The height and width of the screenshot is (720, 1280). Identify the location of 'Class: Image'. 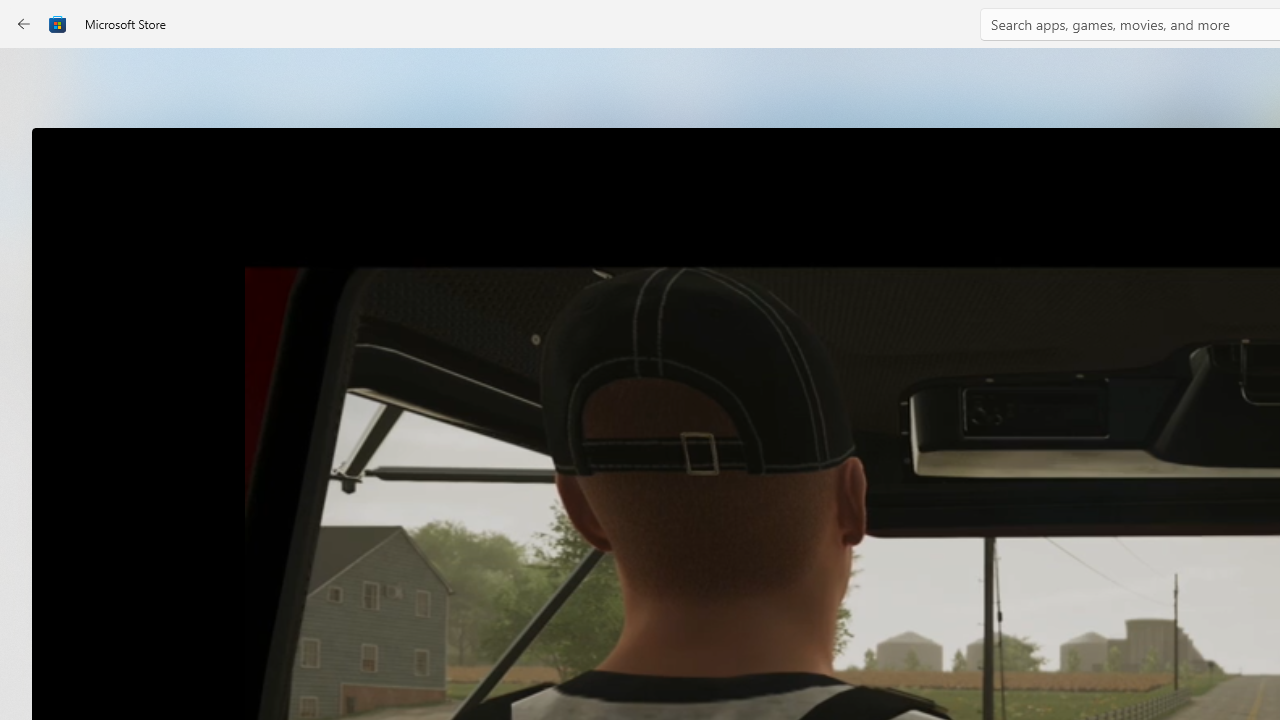
(58, 24).